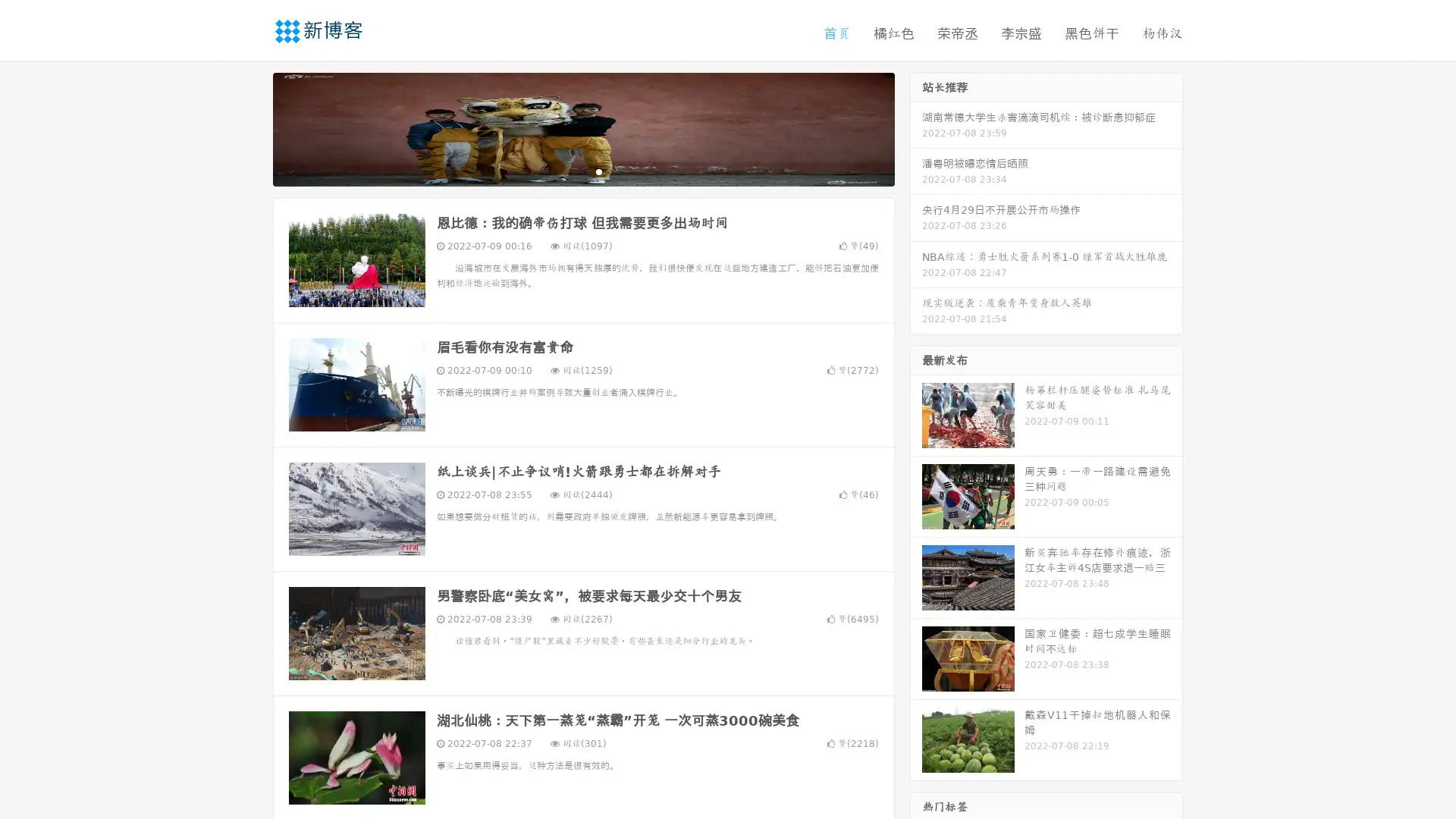 The width and height of the screenshot is (1456, 819). What do you see at coordinates (567, 171) in the screenshot?
I see `Go to slide 1` at bounding box center [567, 171].